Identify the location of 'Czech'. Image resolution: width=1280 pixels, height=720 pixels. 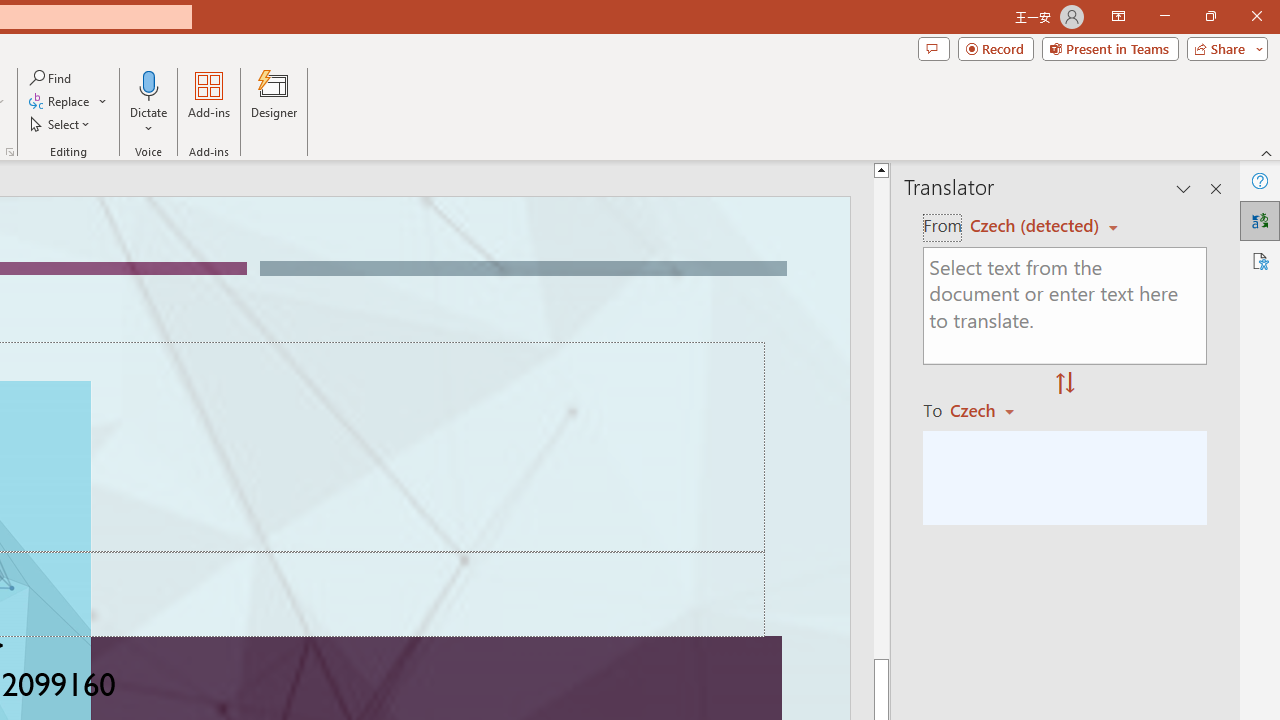
(991, 409).